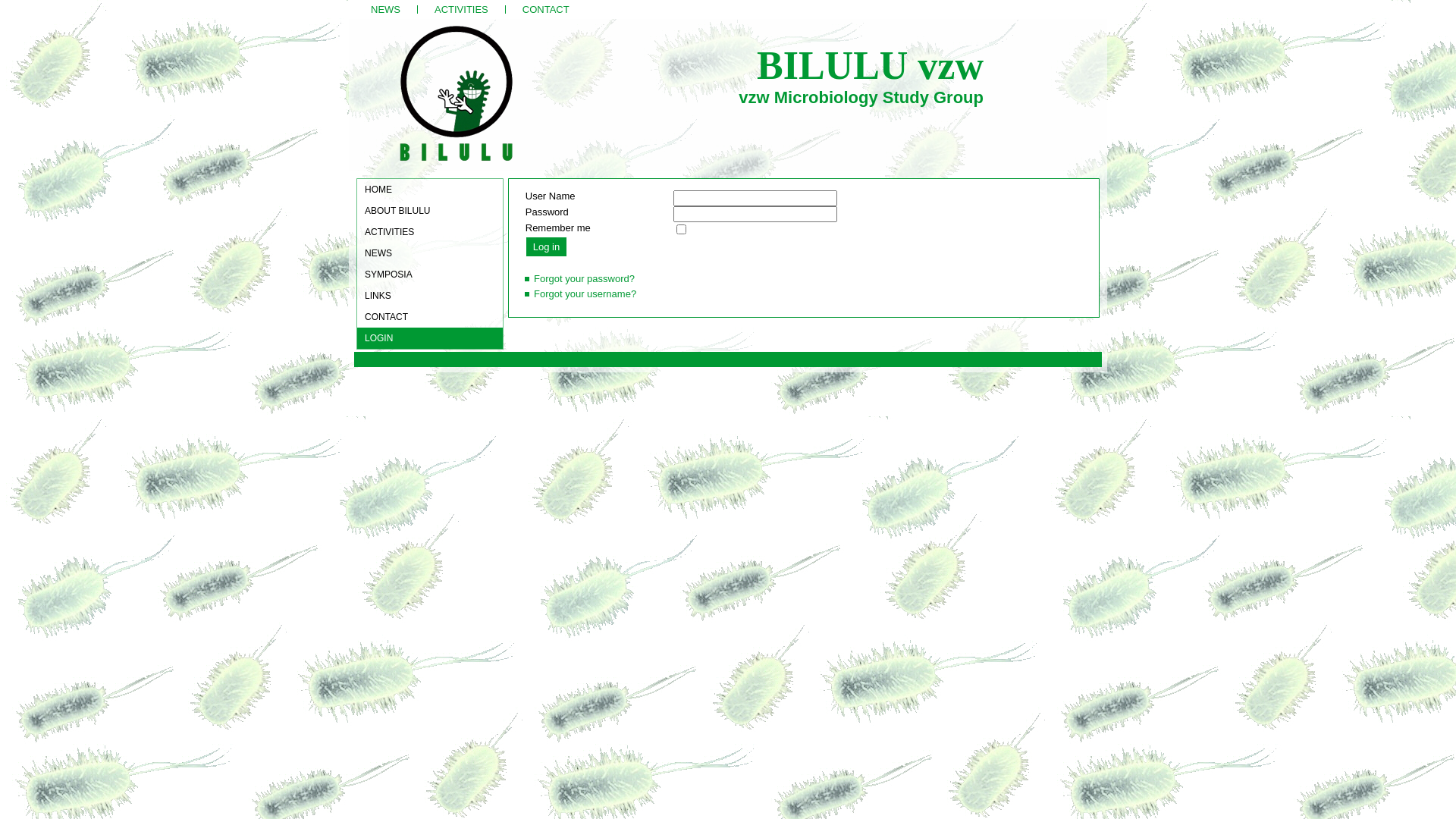  I want to click on 'CONTACT', so click(428, 315).